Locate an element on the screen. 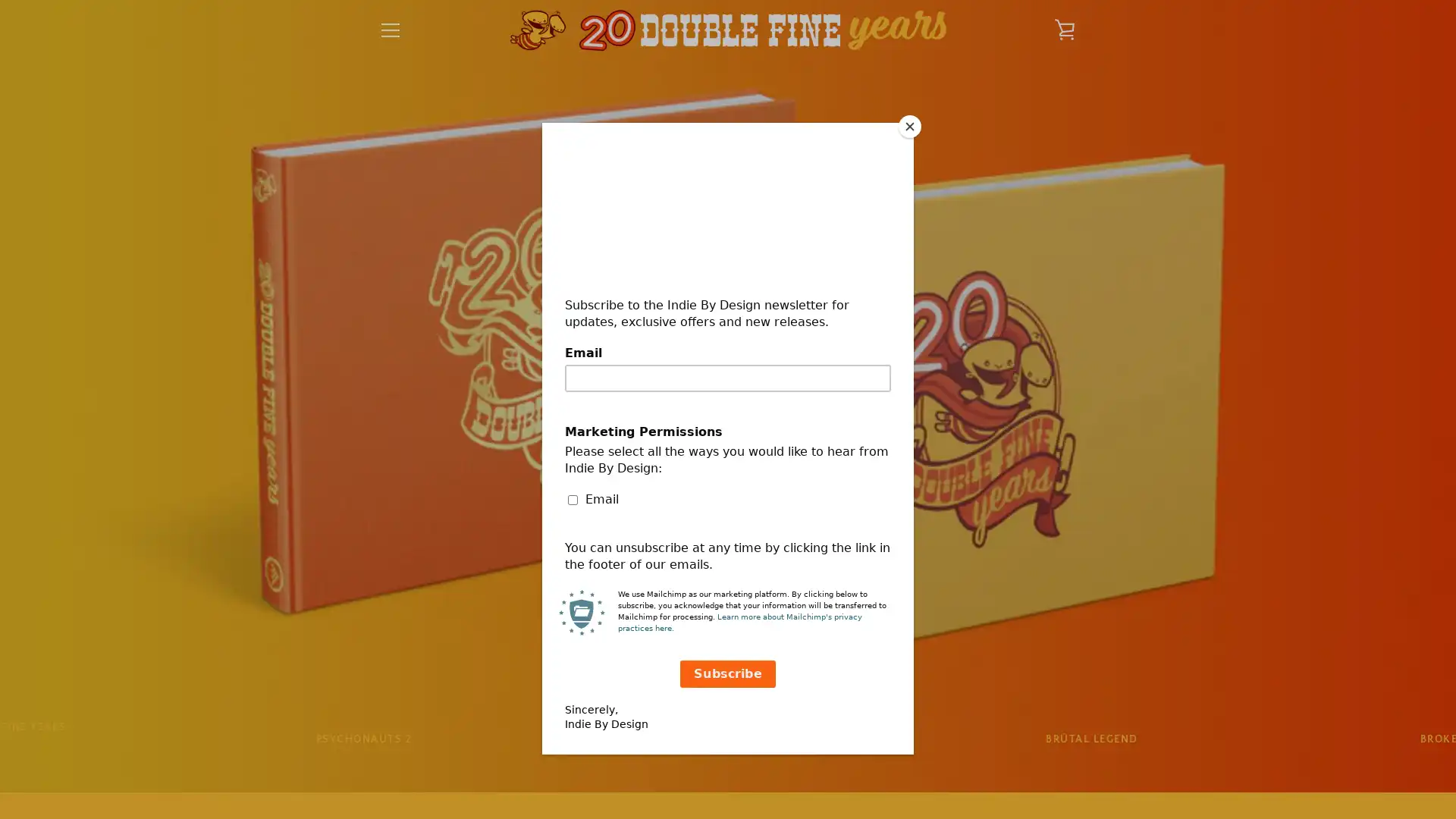 The image size is (1456, 819). SUBSCRIBE is located at coordinates (1039, 682).